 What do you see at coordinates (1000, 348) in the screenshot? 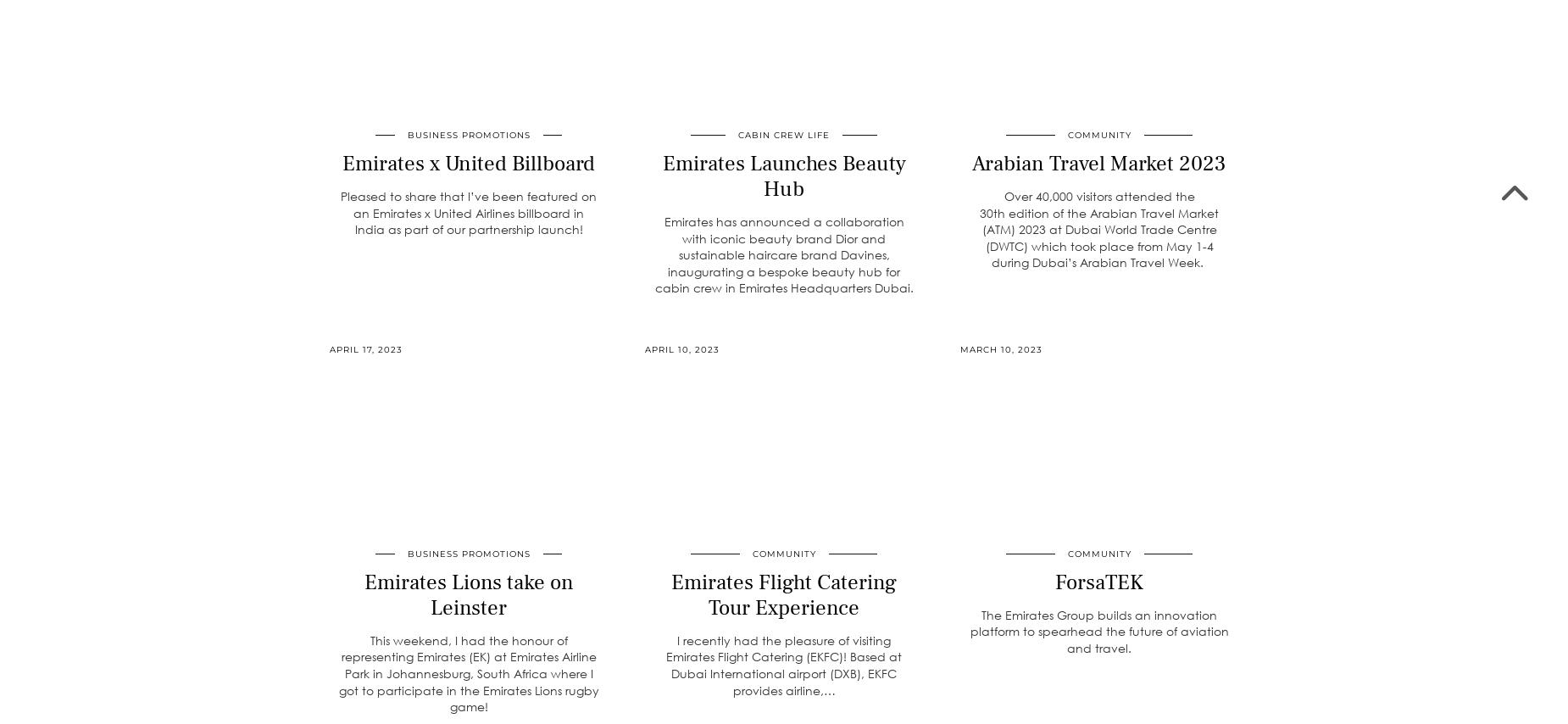
I see `'March 10, 2023'` at bounding box center [1000, 348].